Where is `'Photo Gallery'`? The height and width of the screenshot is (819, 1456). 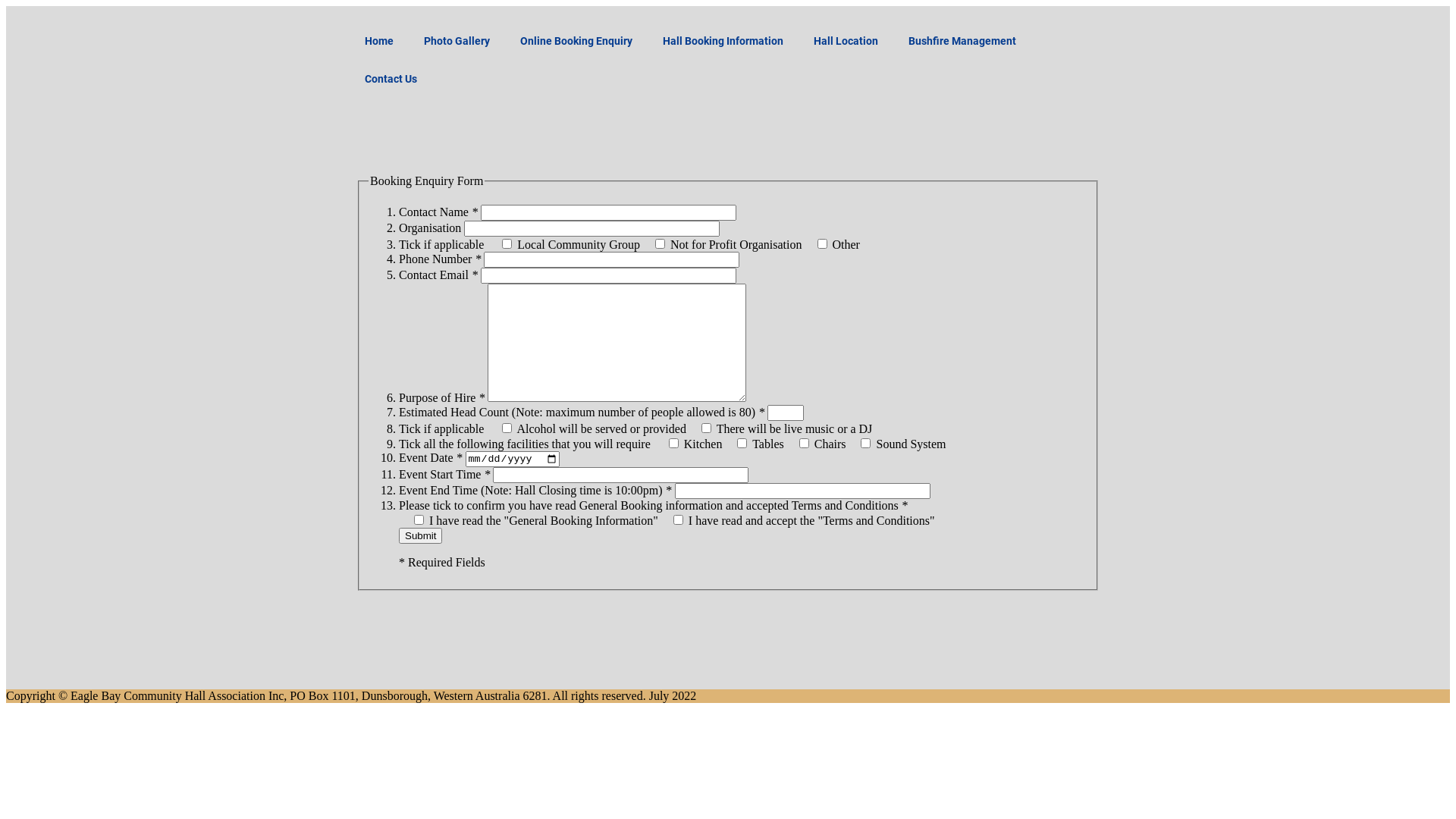
'Photo Gallery' is located at coordinates (456, 40).